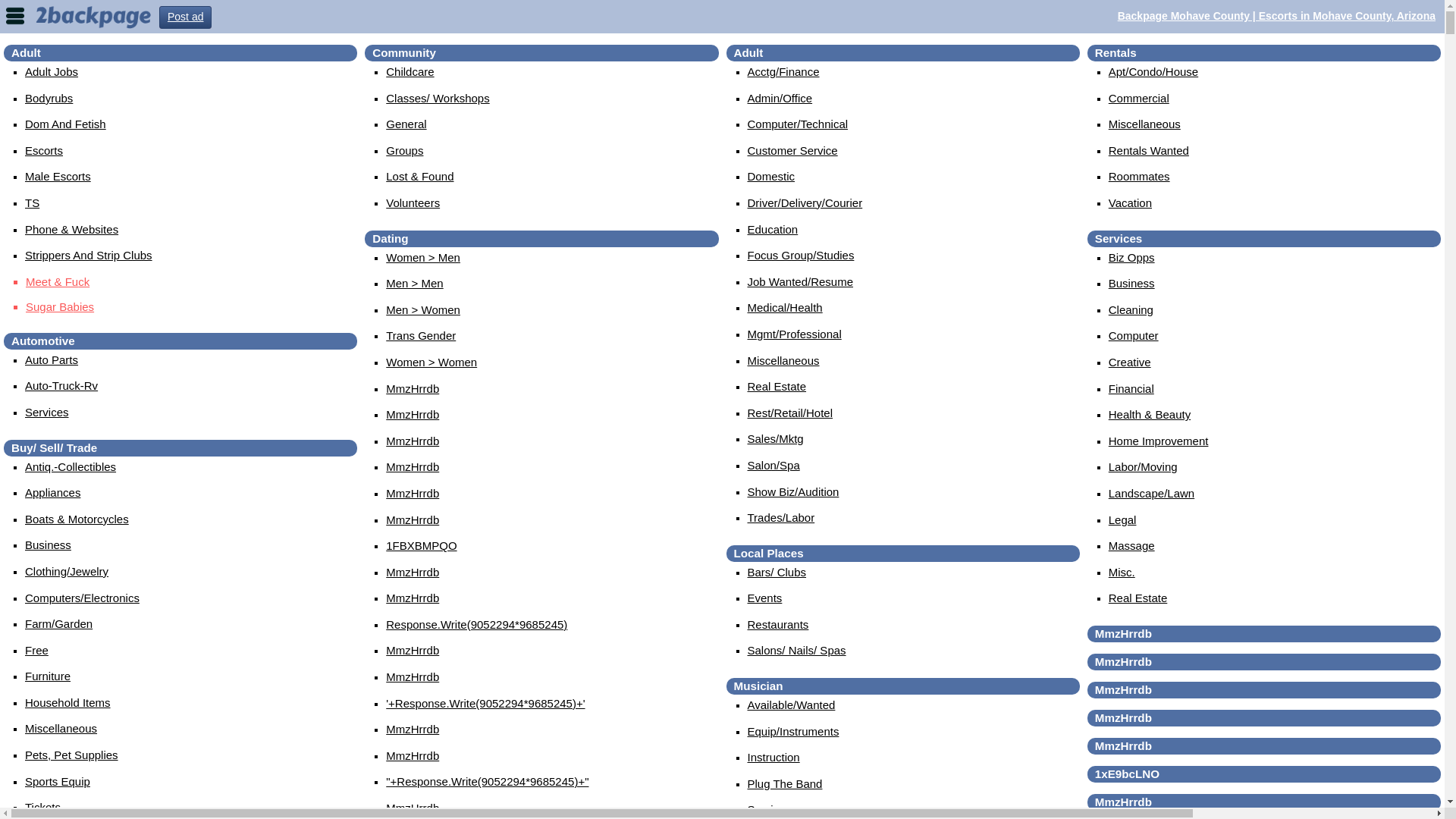  What do you see at coordinates (781, 516) in the screenshot?
I see `'Trades/Labor'` at bounding box center [781, 516].